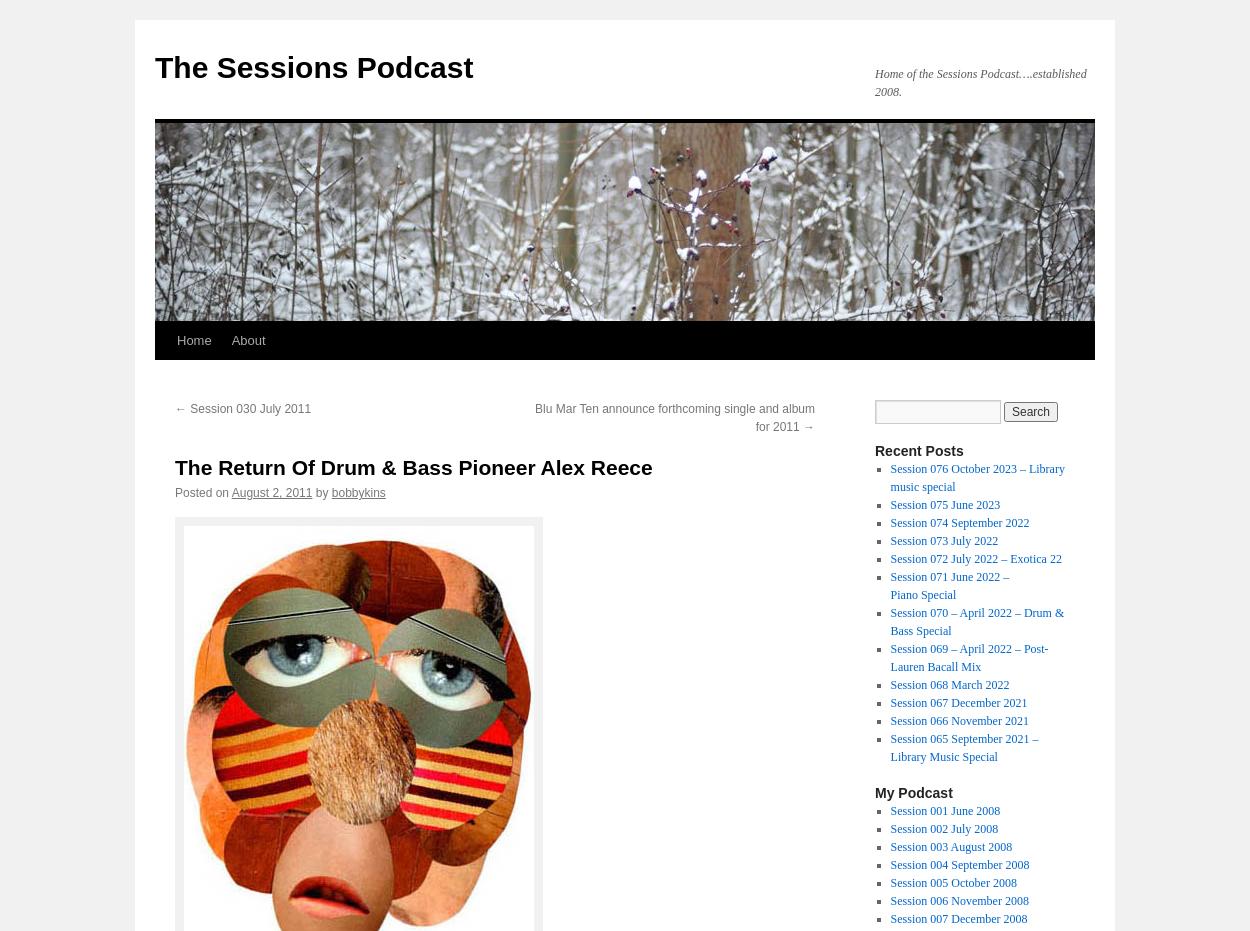 The image size is (1250, 931). Describe the element at coordinates (230, 492) in the screenshot. I see `'August 2, 2011'` at that location.